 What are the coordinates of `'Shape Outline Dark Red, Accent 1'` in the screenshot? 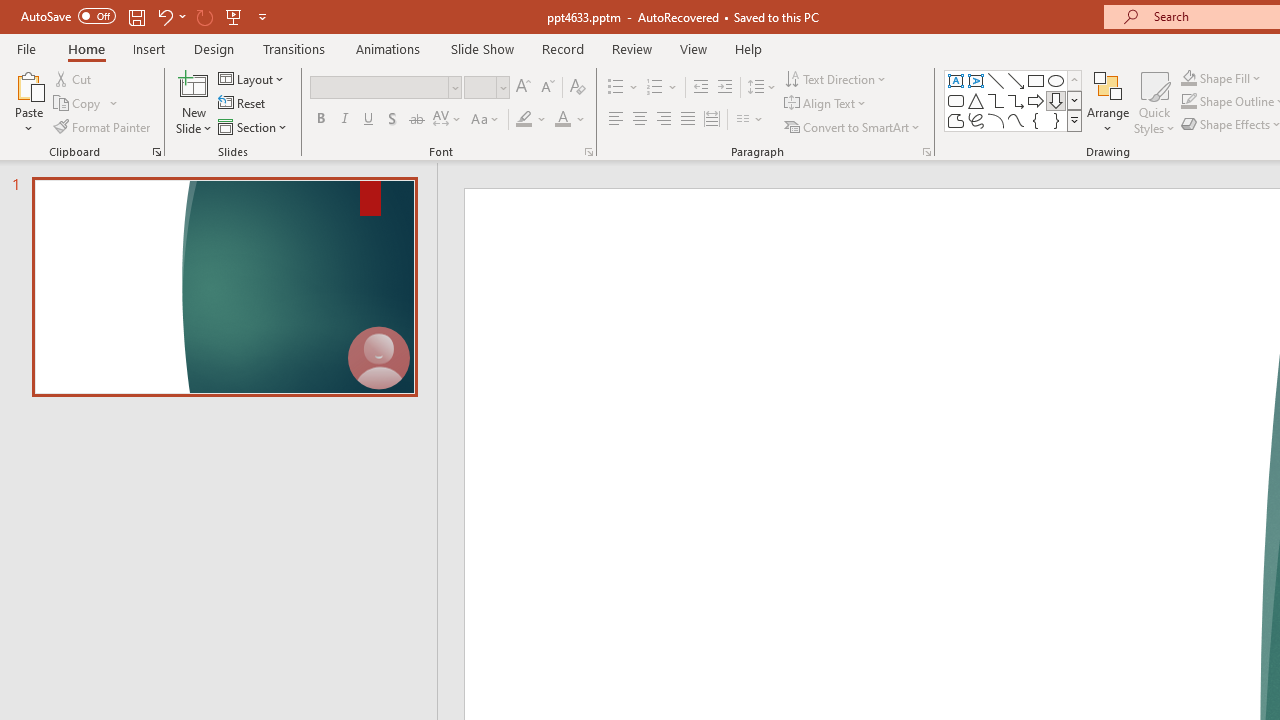 It's located at (1189, 101).